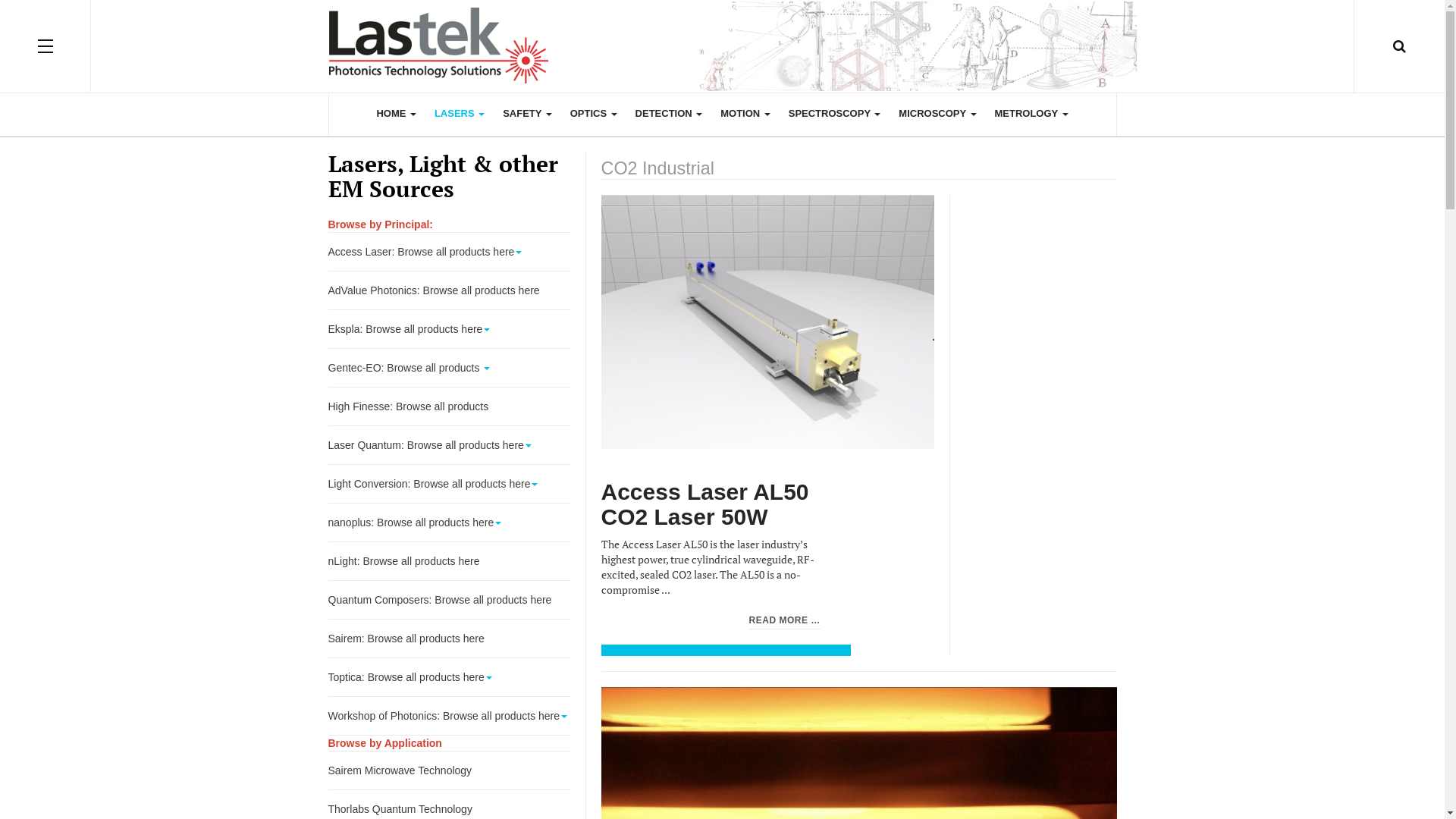  I want to click on 'High Finesse: Browse all products', so click(447, 406).